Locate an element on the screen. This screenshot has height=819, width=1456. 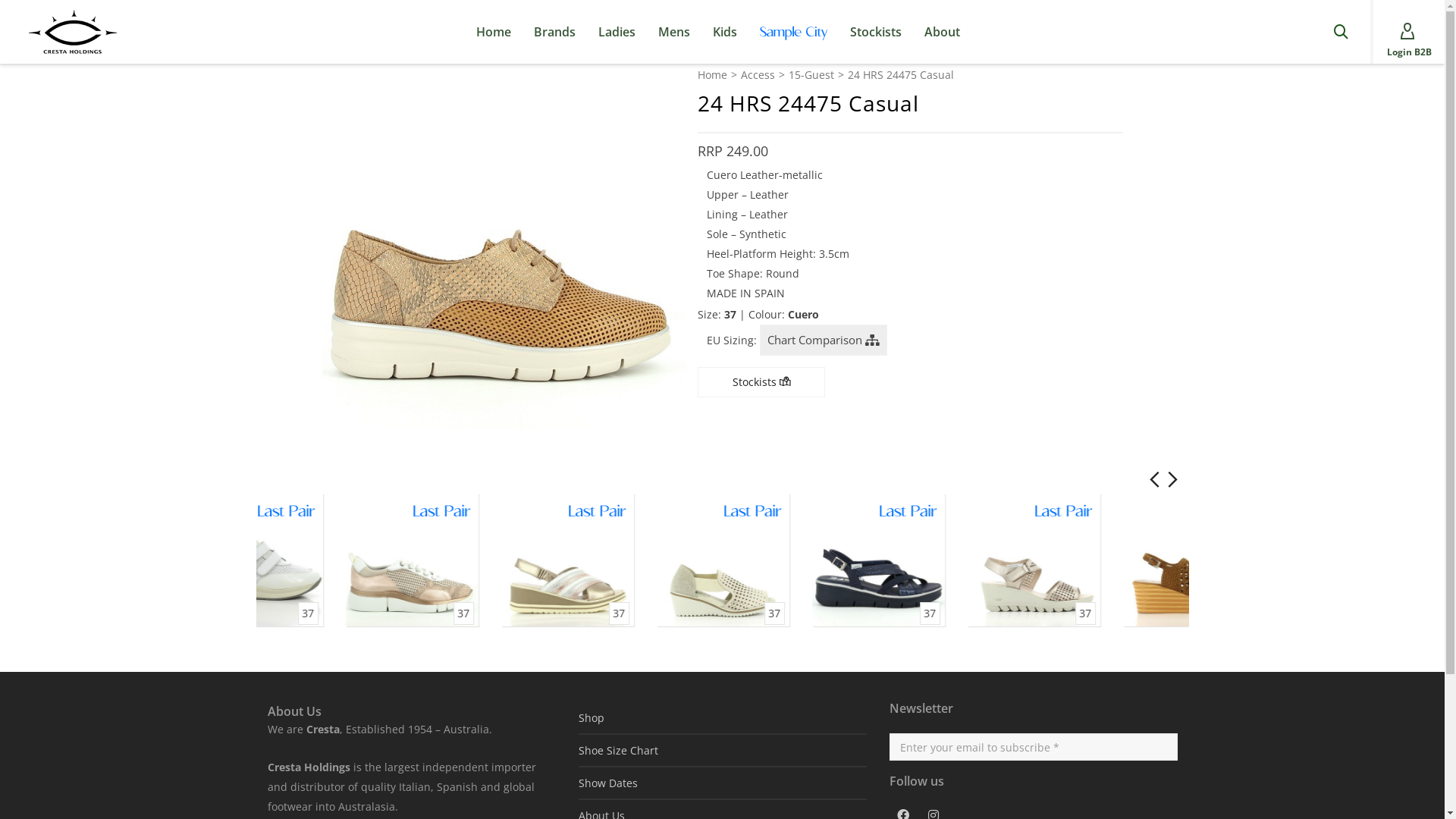
'Shop' is located at coordinates (720, 717).